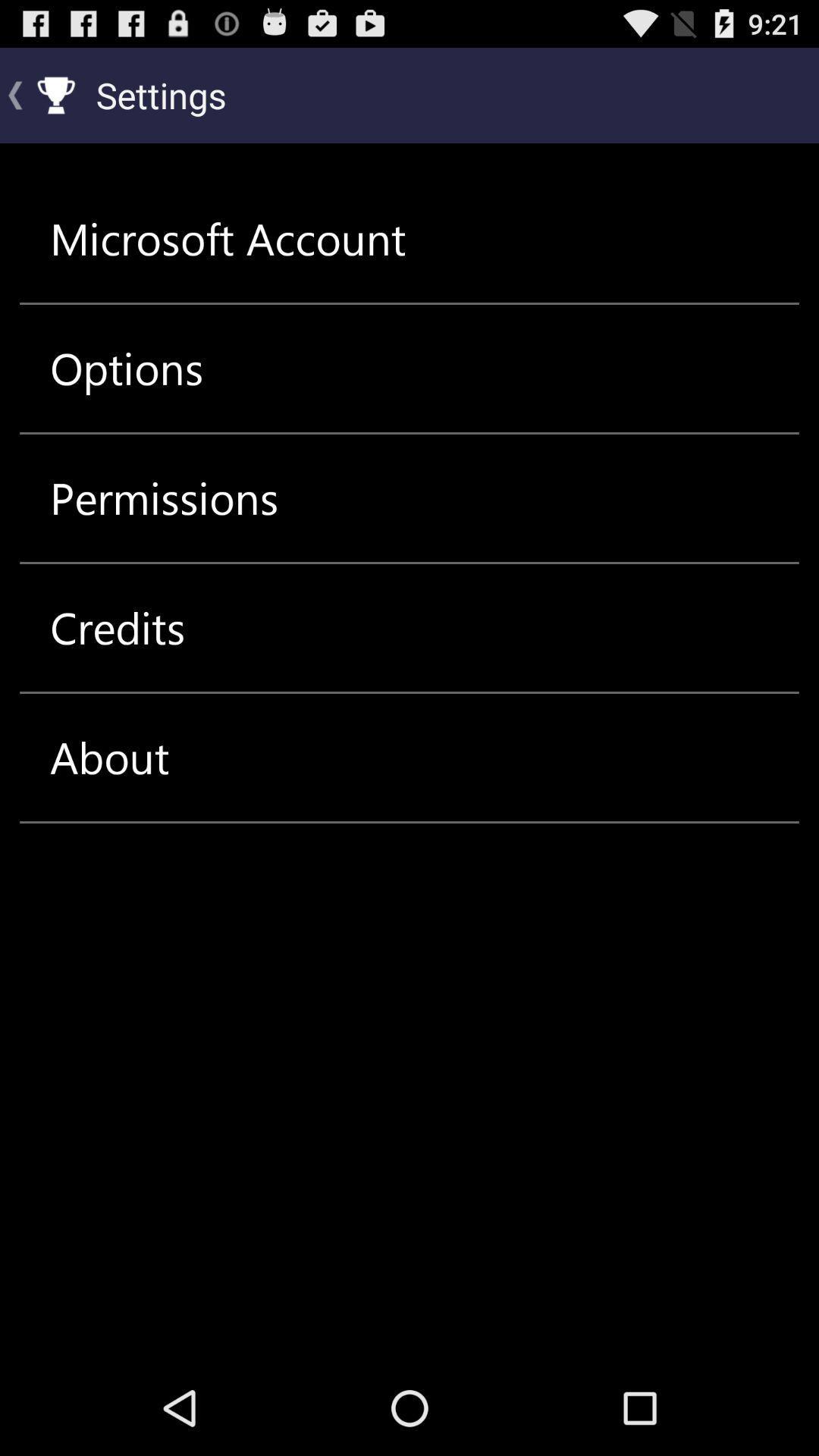  Describe the element at coordinates (126, 368) in the screenshot. I see `item below the microsoft account` at that location.